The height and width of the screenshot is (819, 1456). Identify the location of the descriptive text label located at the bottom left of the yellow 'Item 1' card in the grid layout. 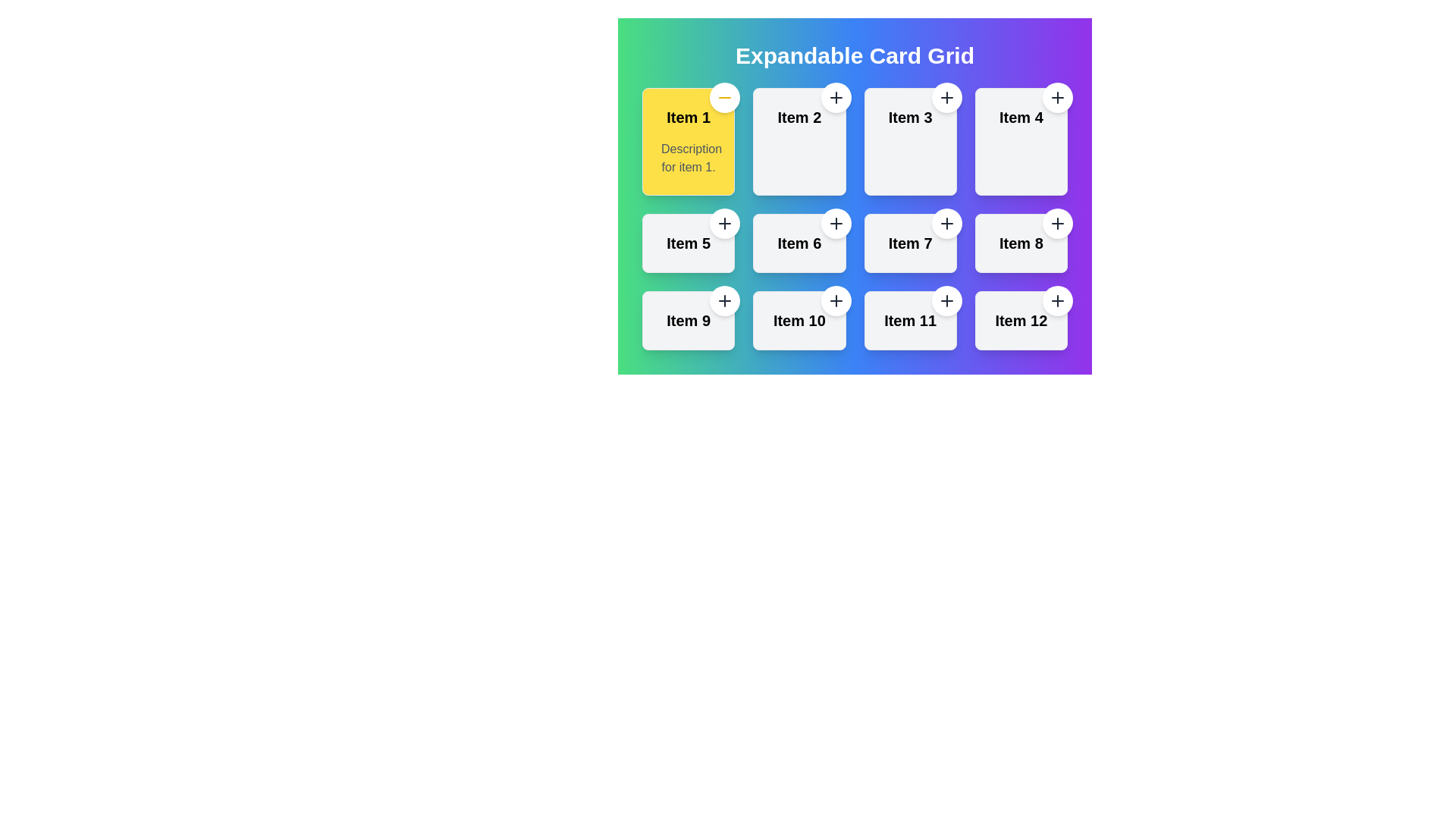
(688, 158).